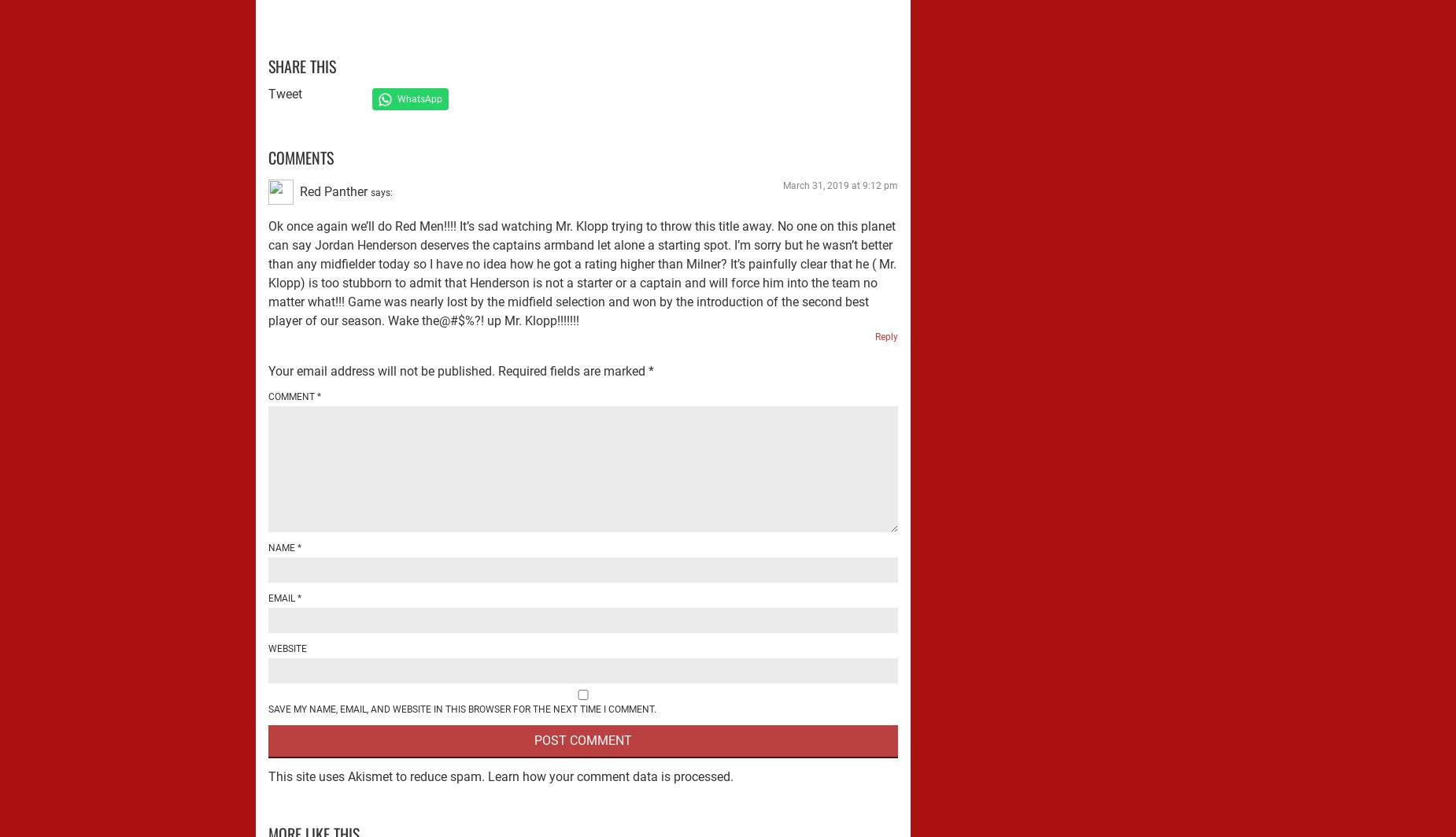  What do you see at coordinates (382, 370) in the screenshot?
I see `'Your email address will not be published.'` at bounding box center [382, 370].